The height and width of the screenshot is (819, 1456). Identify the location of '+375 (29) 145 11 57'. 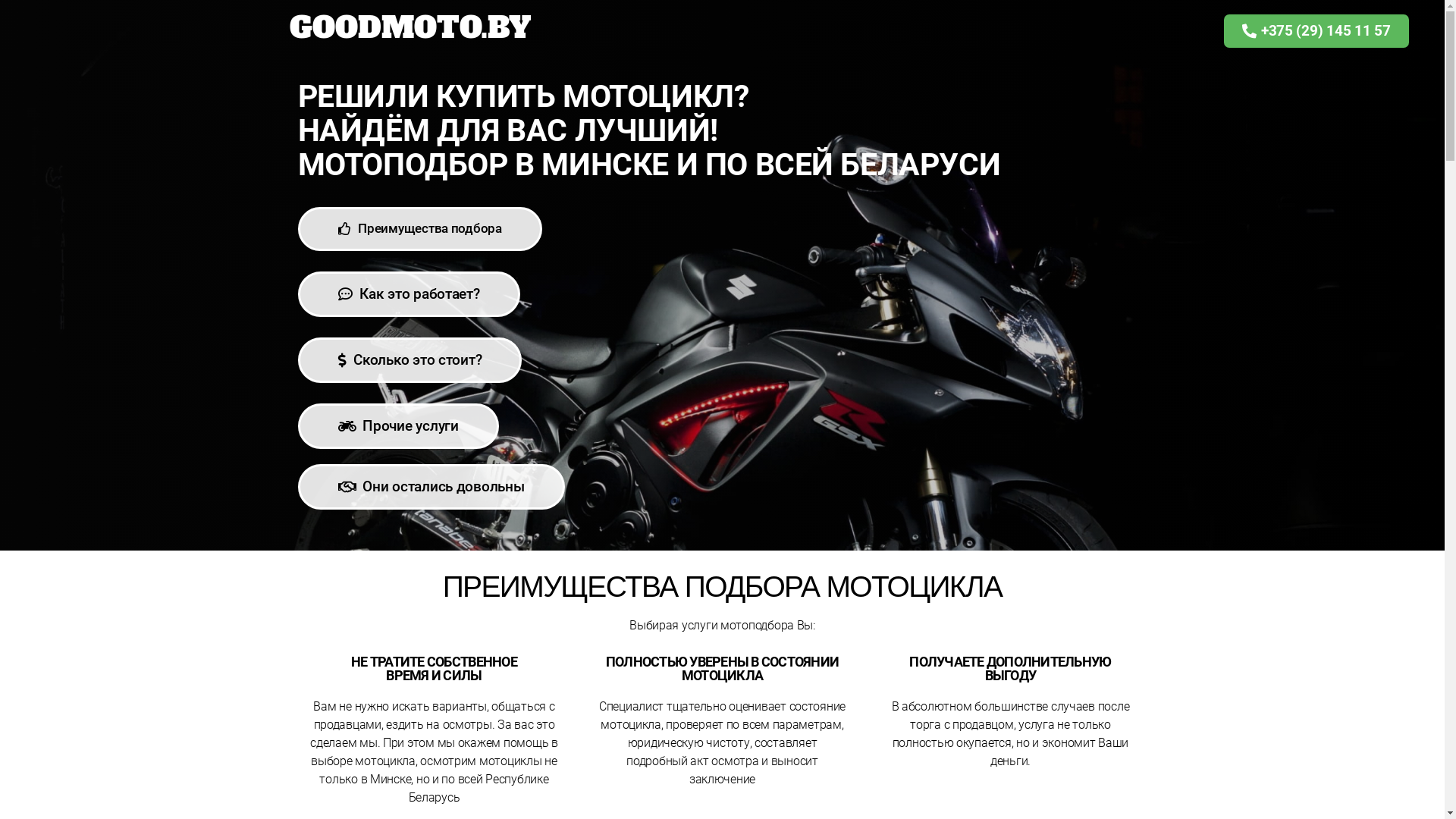
(1223, 31).